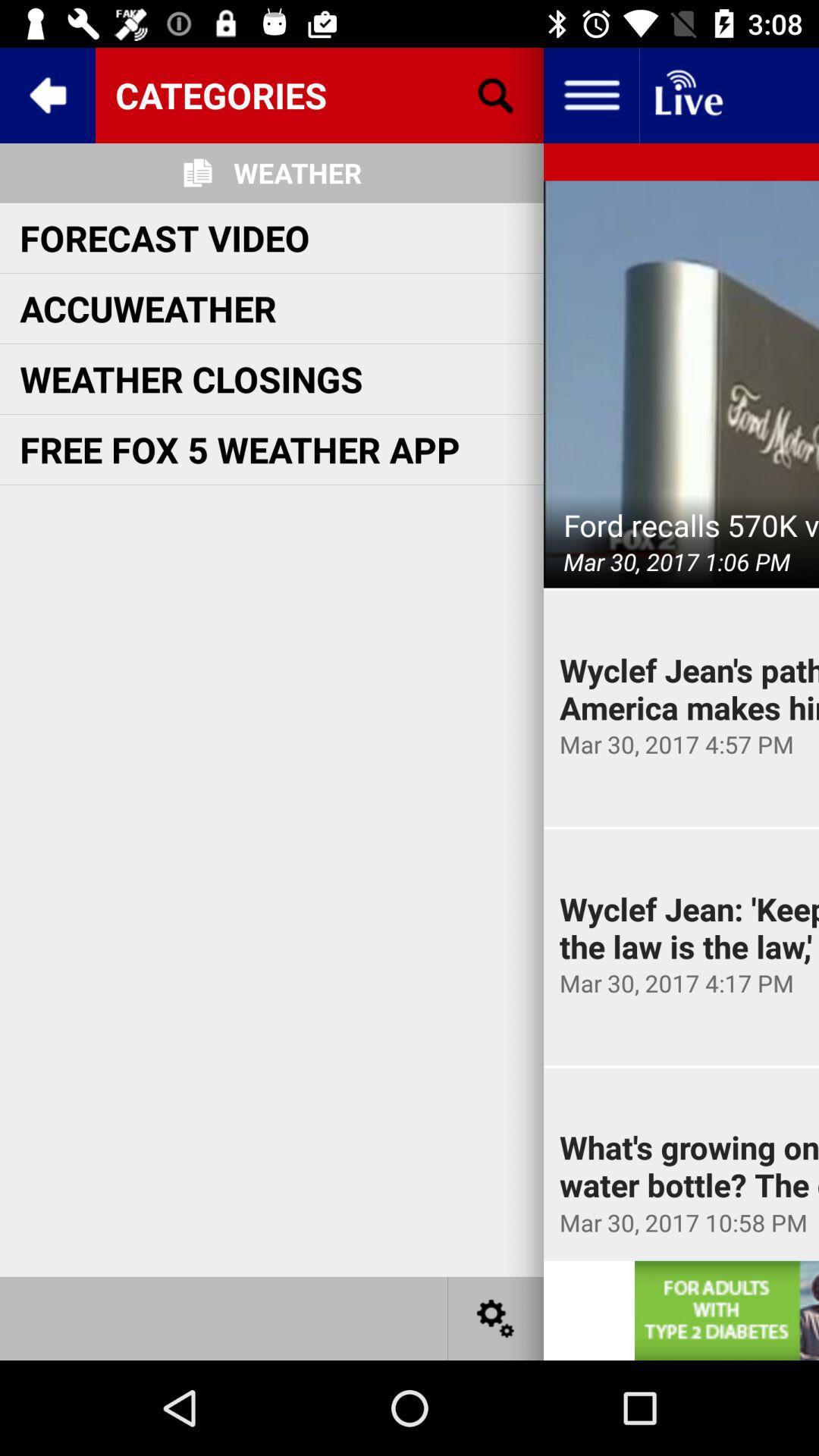  Describe the element at coordinates (687, 94) in the screenshot. I see `lived check the button` at that location.